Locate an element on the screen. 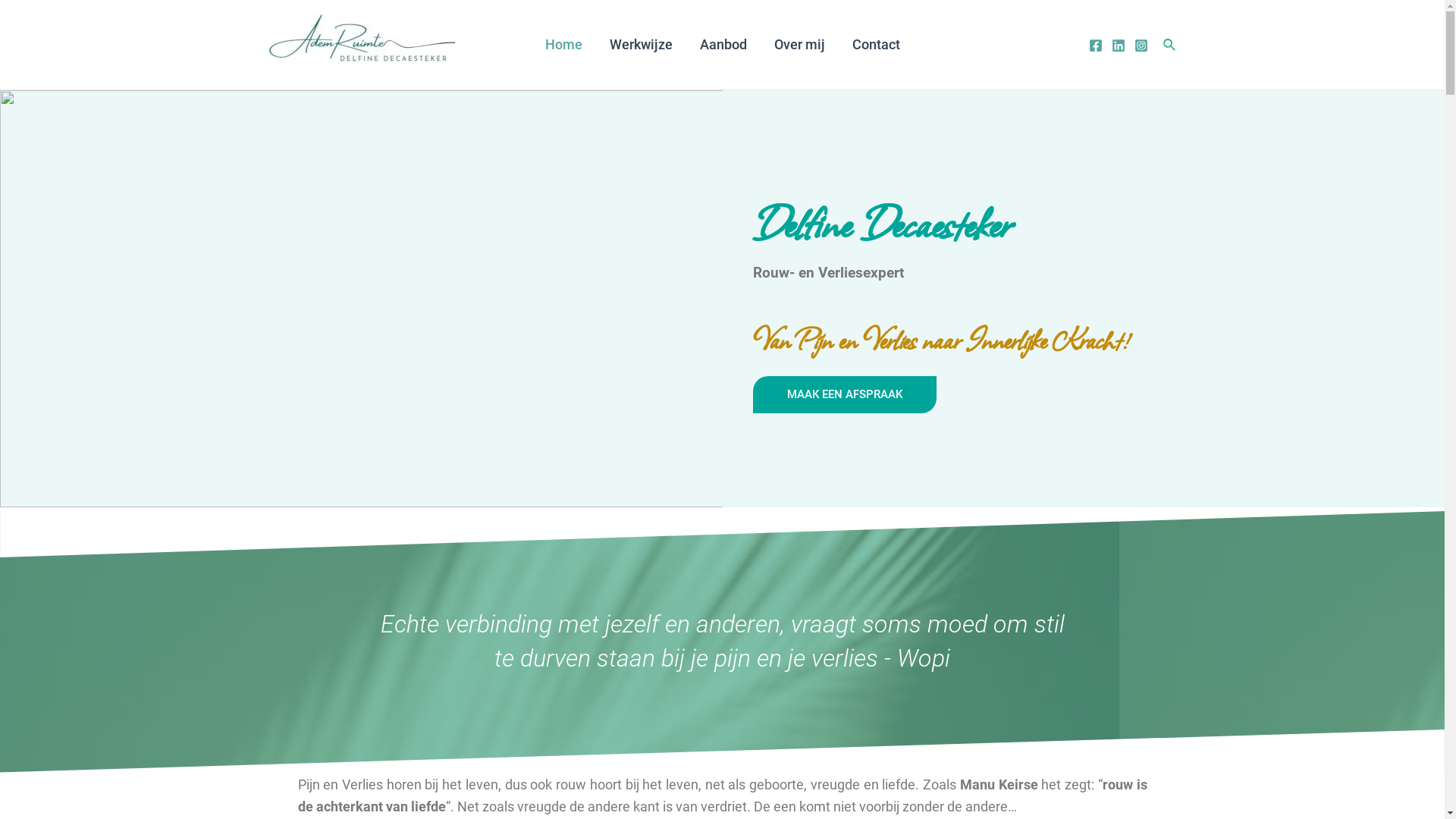  'Werkwijze' is located at coordinates (641, 43).